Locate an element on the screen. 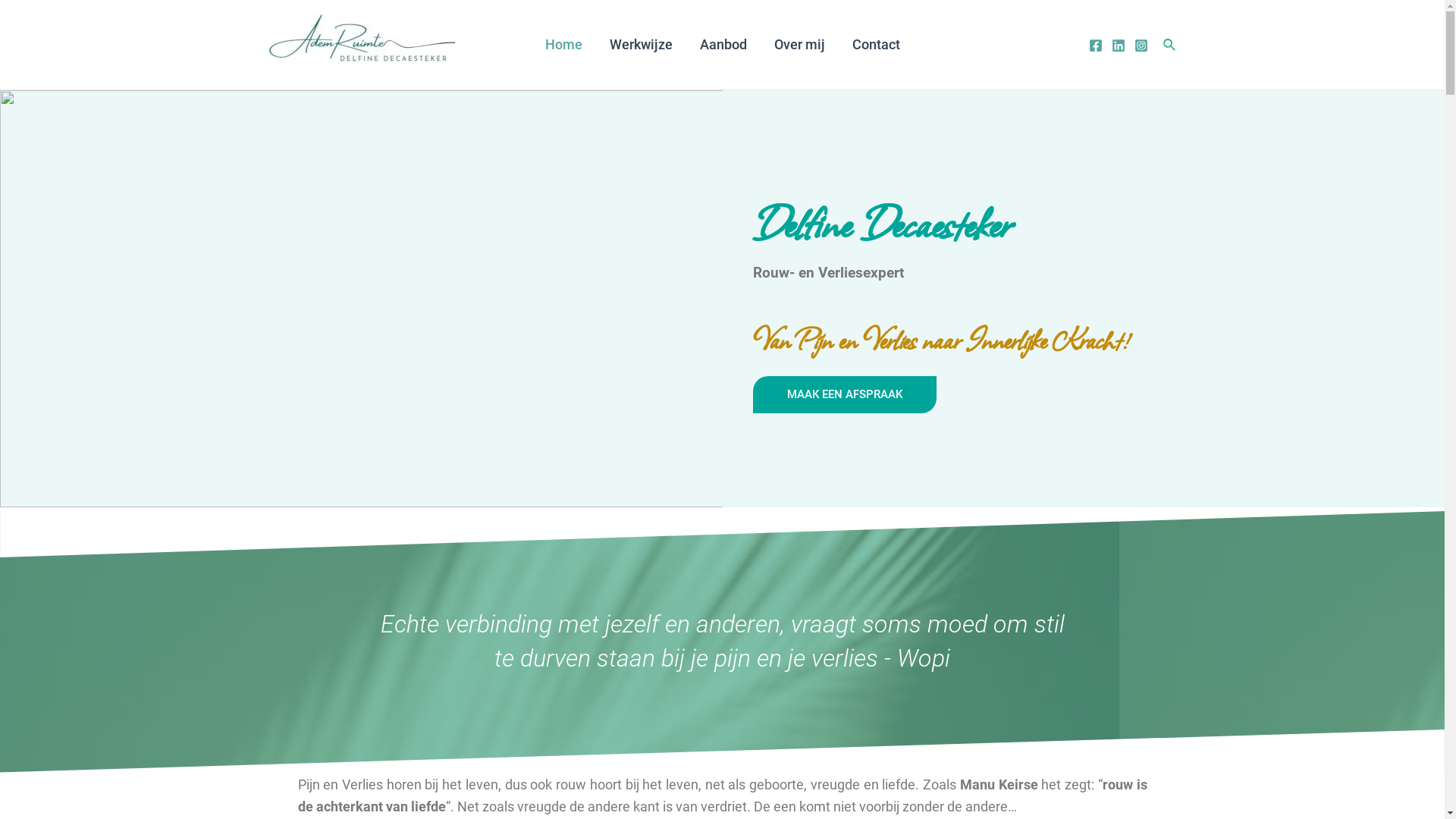  'Werkwijze' is located at coordinates (641, 43).